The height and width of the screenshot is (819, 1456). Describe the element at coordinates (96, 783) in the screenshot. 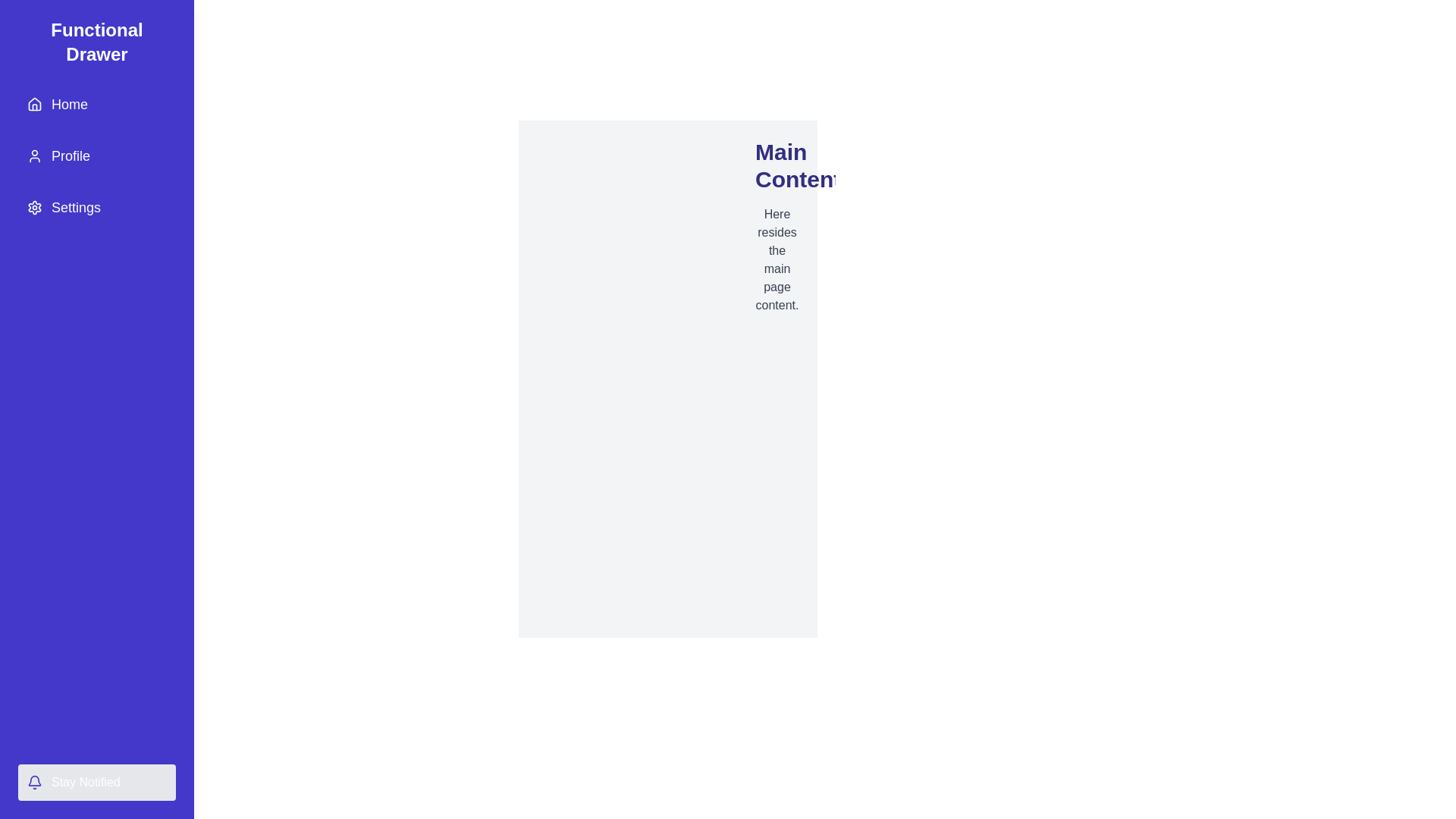

I see `the 'Stay Notified' section to activate its functionality` at that location.